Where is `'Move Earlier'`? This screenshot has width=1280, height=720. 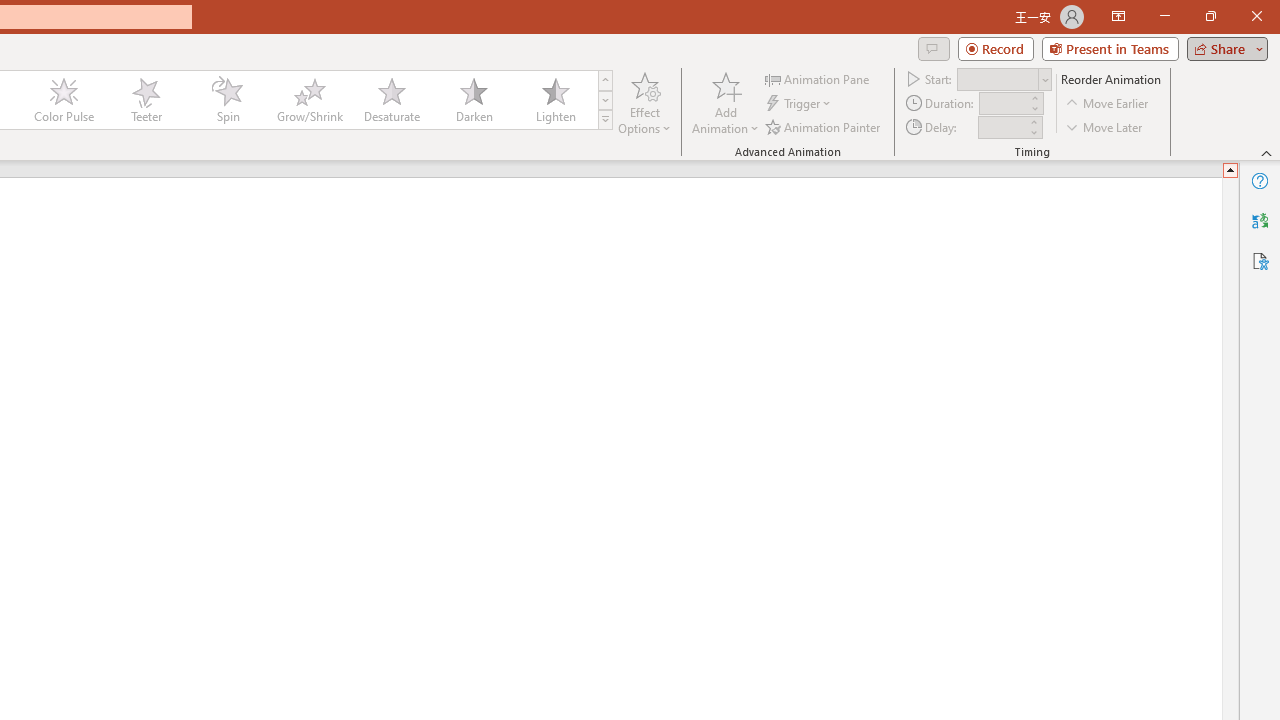
'Move Earlier' is located at coordinates (1106, 103).